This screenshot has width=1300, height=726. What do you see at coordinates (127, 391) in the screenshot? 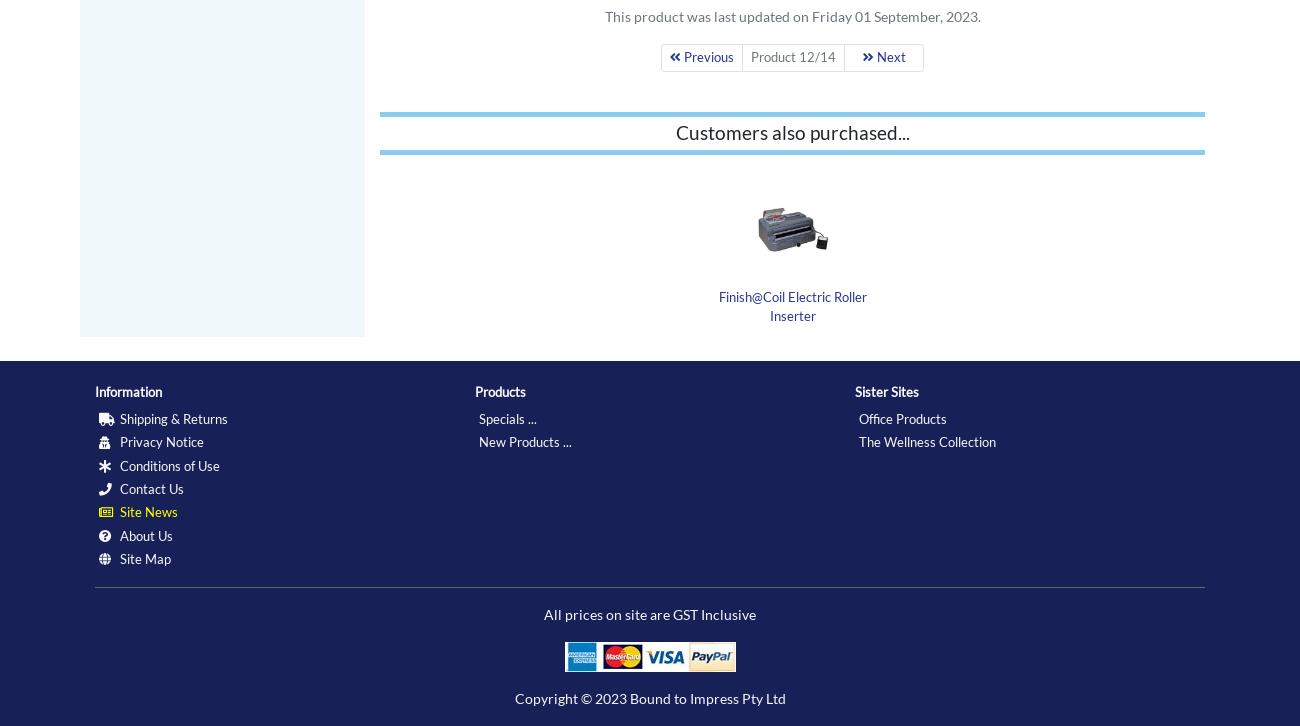
I see `'Information'` at bounding box center [127, 391].